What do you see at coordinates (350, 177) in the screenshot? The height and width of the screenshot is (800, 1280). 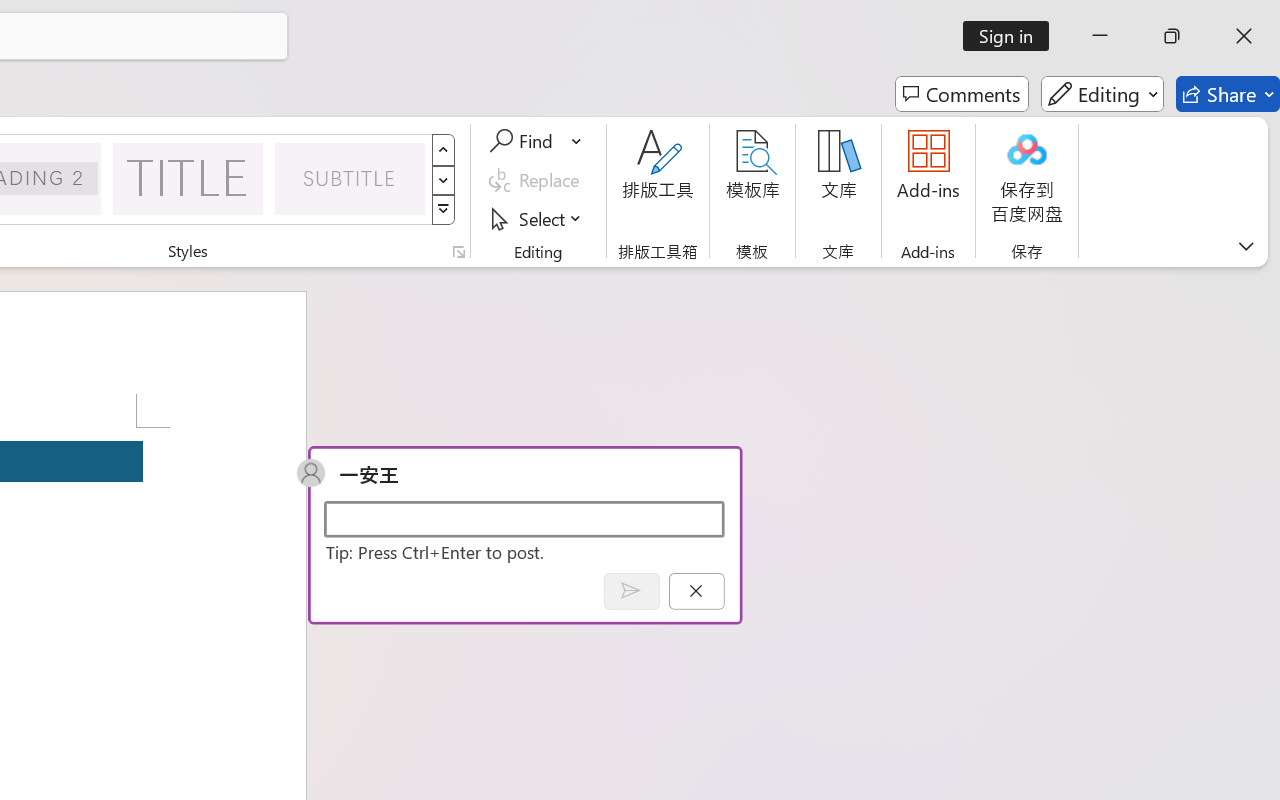 I see `'Subtitle'` at bounding box center [350, 177].